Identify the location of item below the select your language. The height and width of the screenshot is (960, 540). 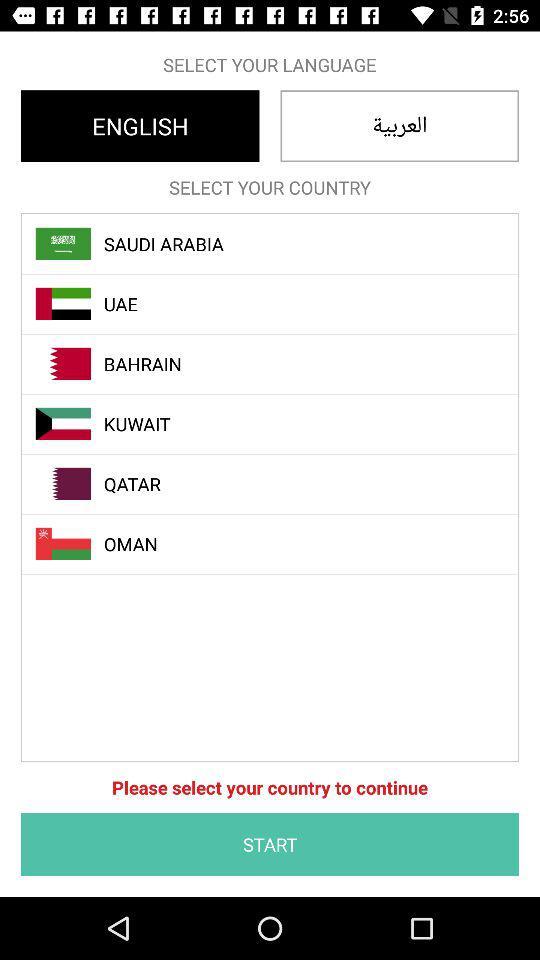
(139, 125).